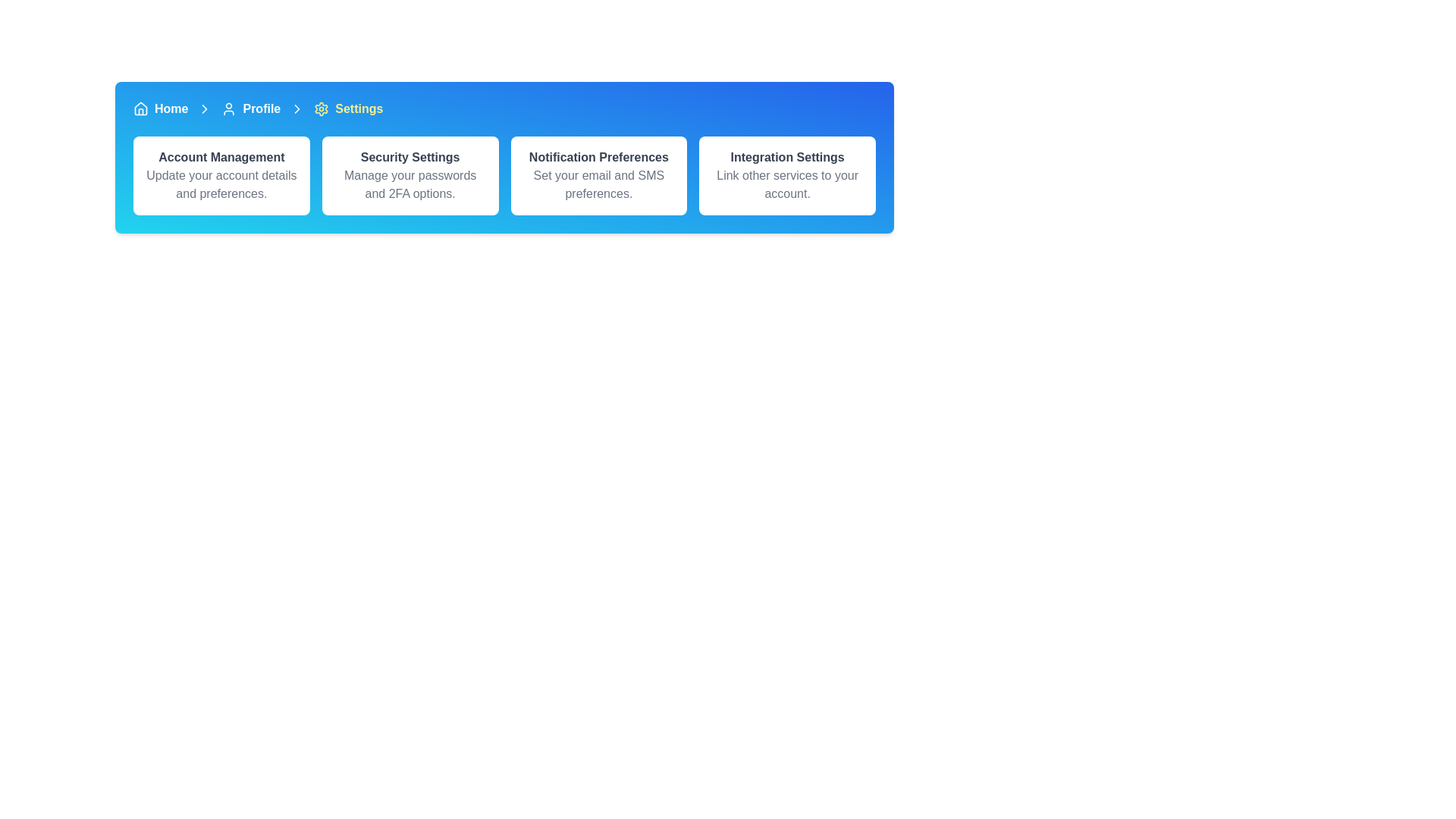  I want to click on the chevron icon in the navigation bar, which serves as a navigational separator between 'Home' and 'Profile', so click(204, 108).